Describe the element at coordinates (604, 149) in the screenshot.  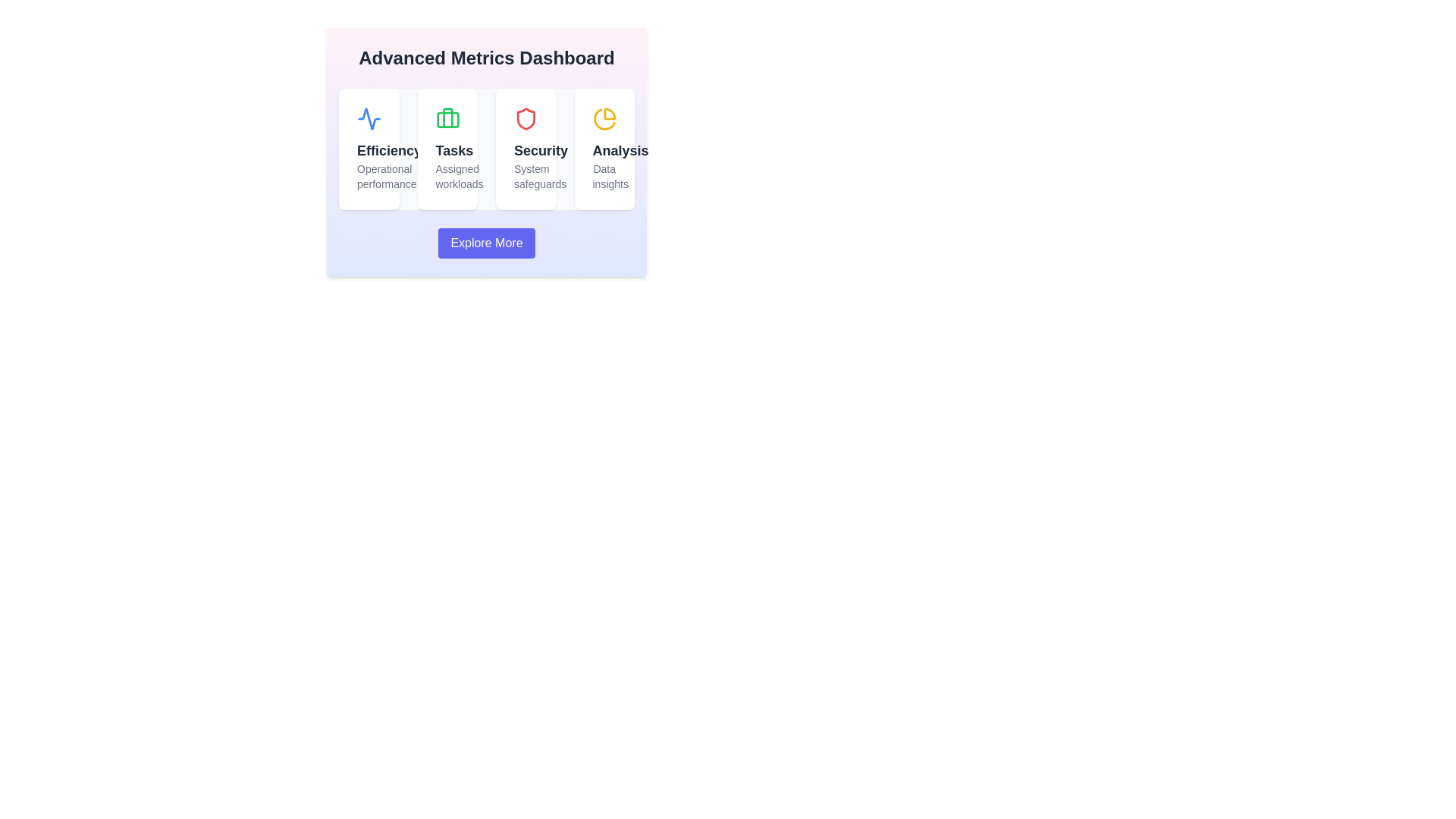
I see `the 'Analysis' text or the yellow pie chart icon in the fourth card of the grid layout, which has a white background and rounded corners` at that location.